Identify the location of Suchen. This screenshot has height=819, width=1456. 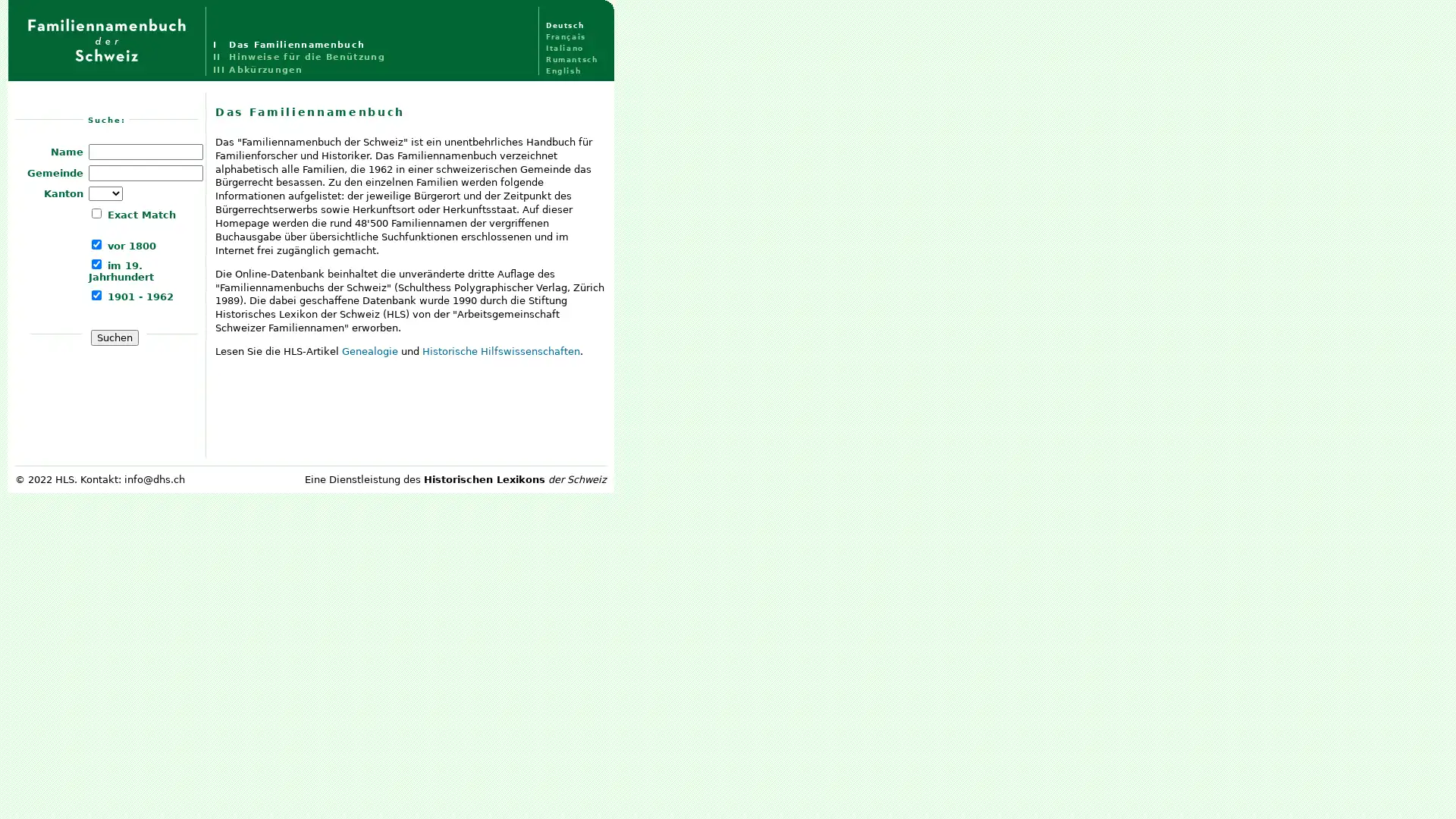
(113, 337).